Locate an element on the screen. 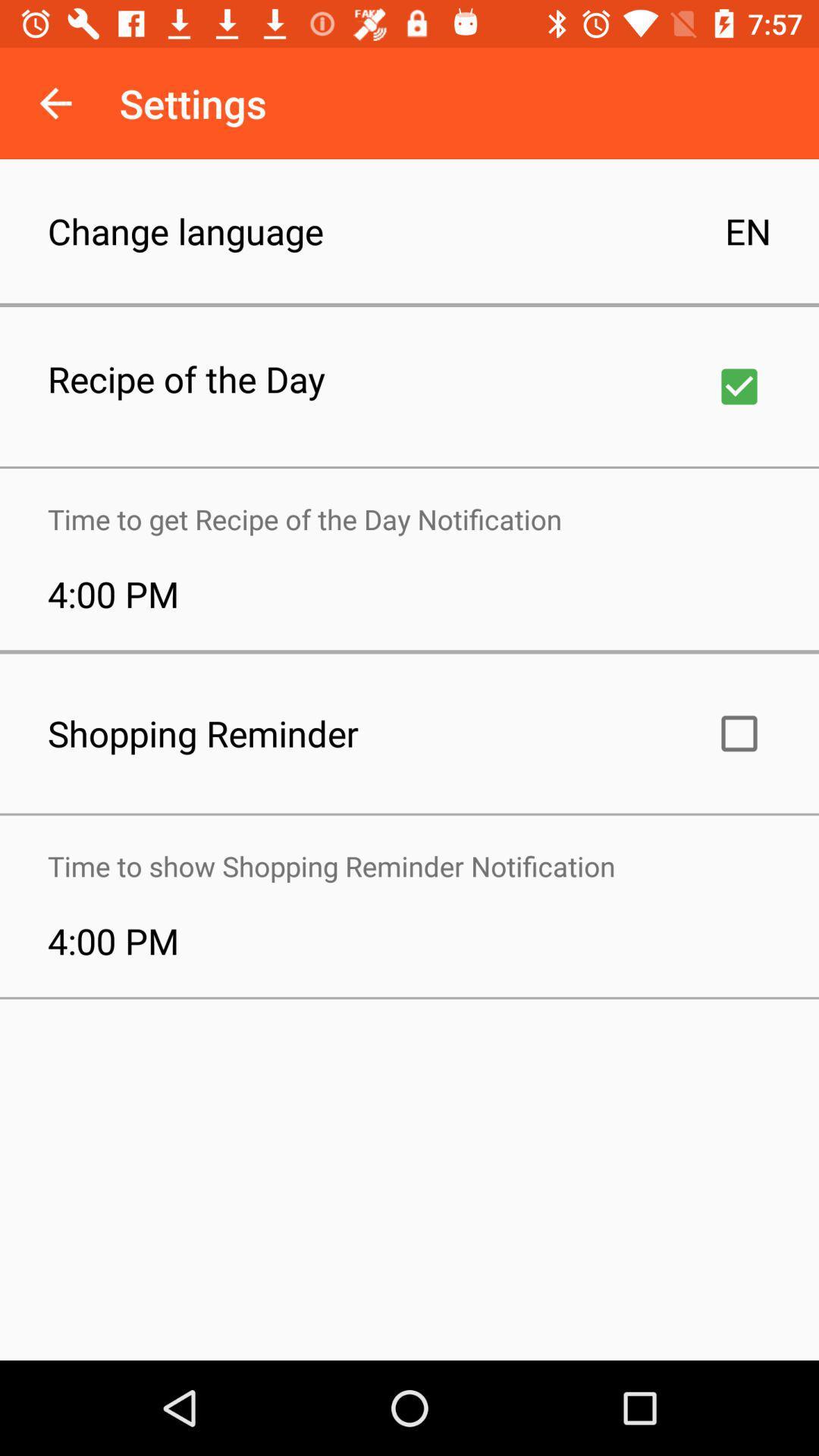 The height and width of the screenshot is (1456, 819). for receiving recipe of the day is located at coordinates (739, 386).